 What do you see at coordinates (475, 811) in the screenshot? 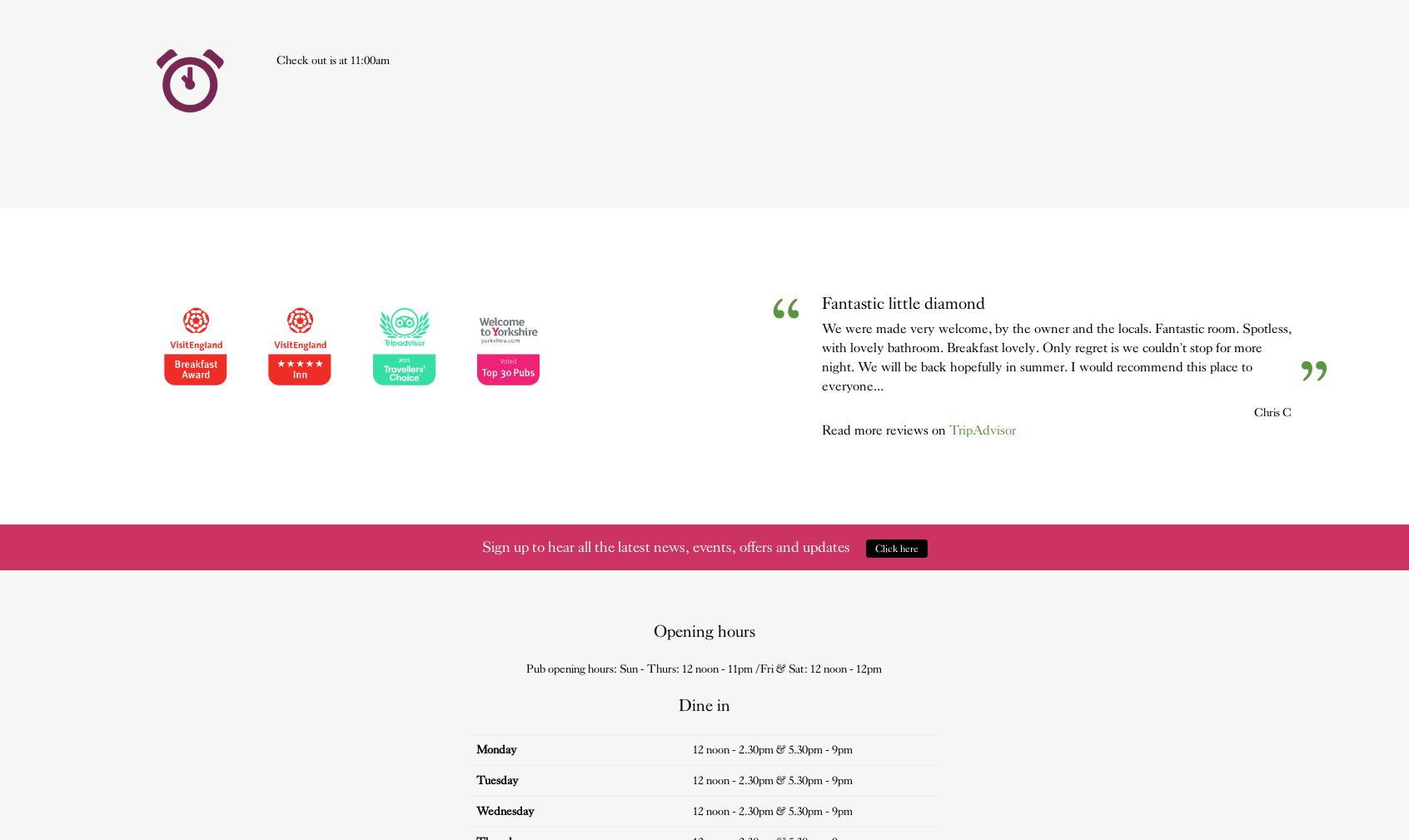
I see `'Wed'` at bounding box center [475, 811].